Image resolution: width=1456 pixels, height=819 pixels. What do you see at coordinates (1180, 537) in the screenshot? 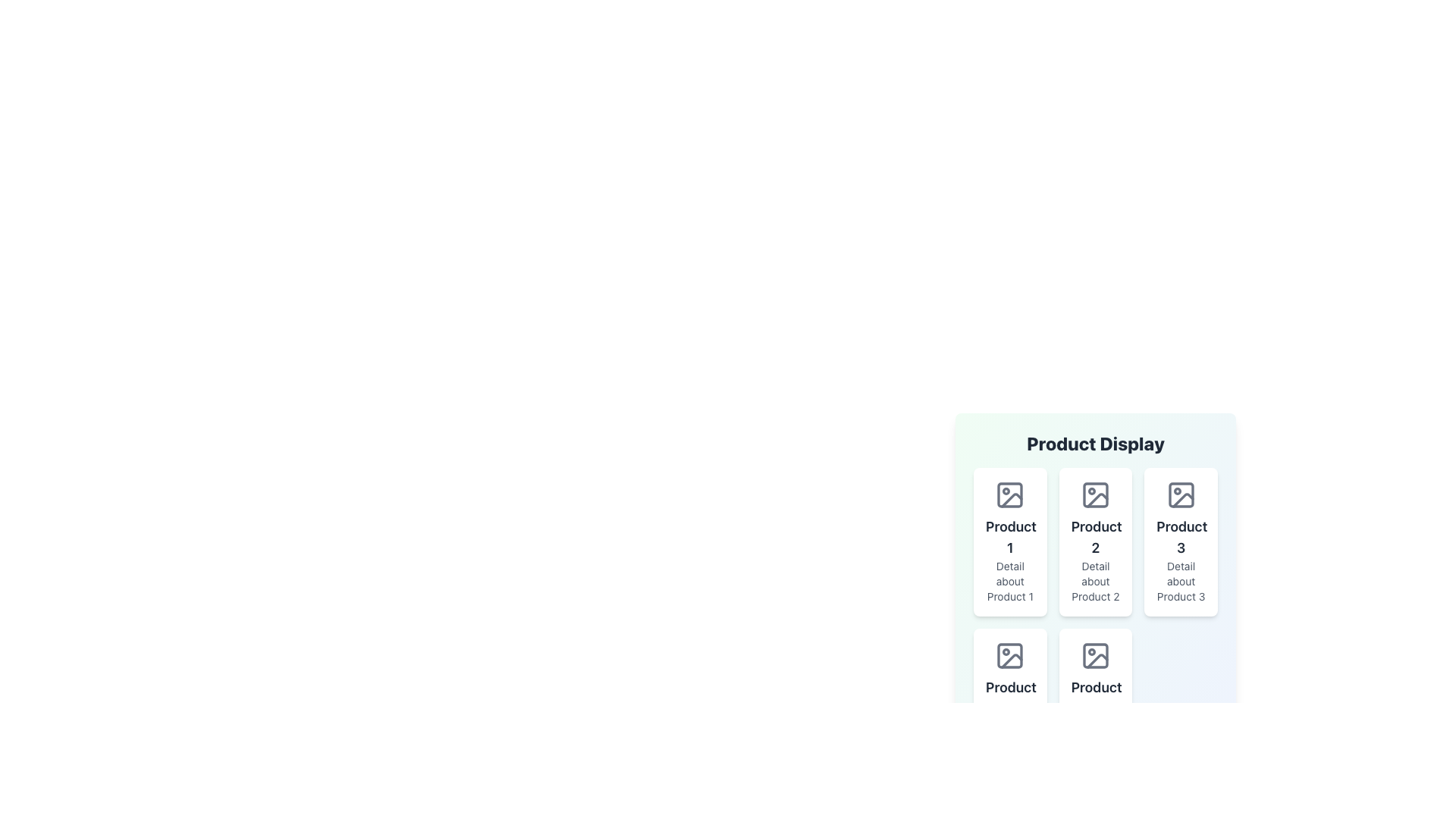
I see `title text 'Product 3' displayed in the top-right cell of the product card grid, which is styled to emphasize its significance as a title` at bounding box center [1180, 537].